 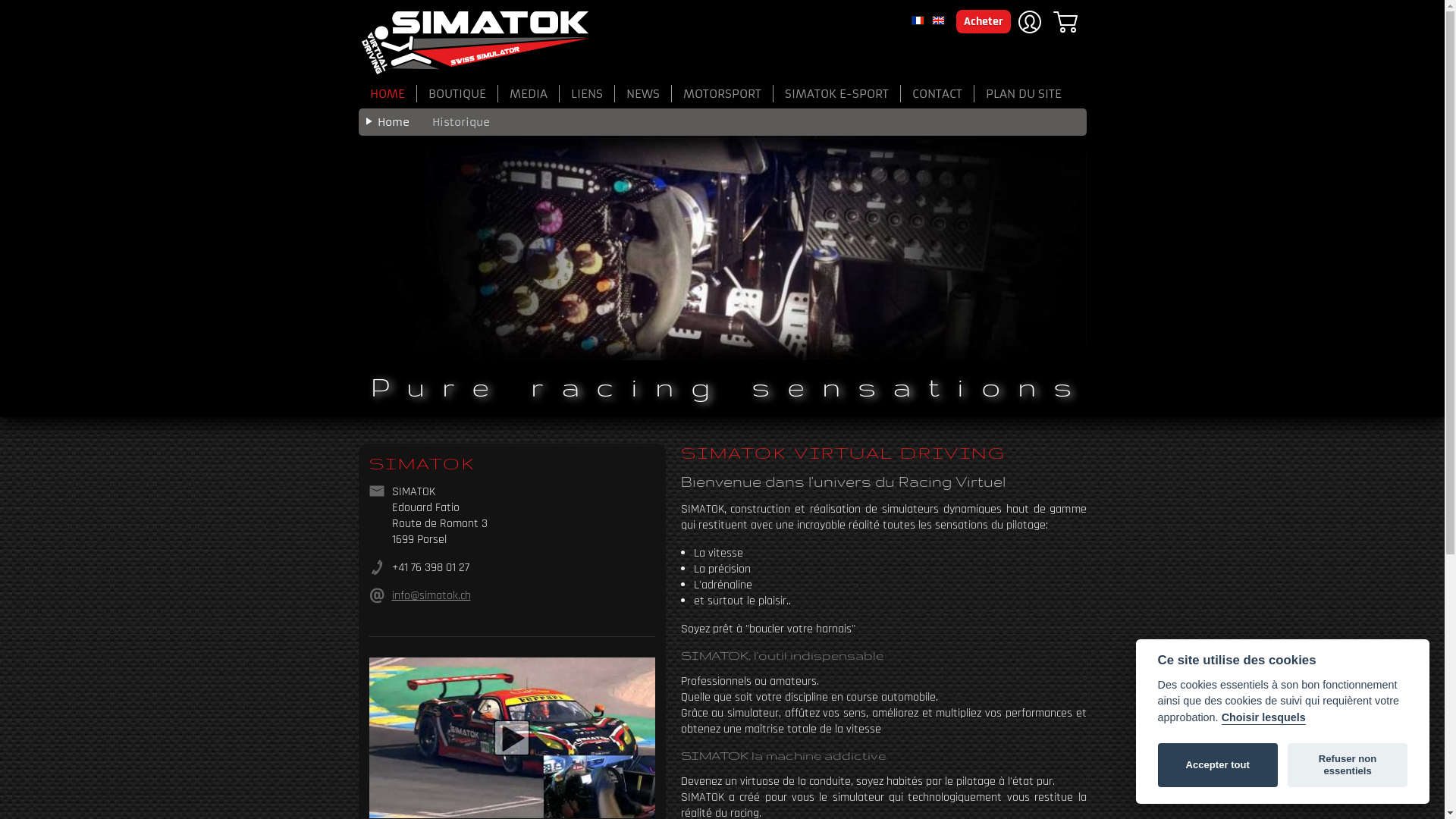 I want to click on 'PLAN DU SITE', so click(x=1017, y=93).